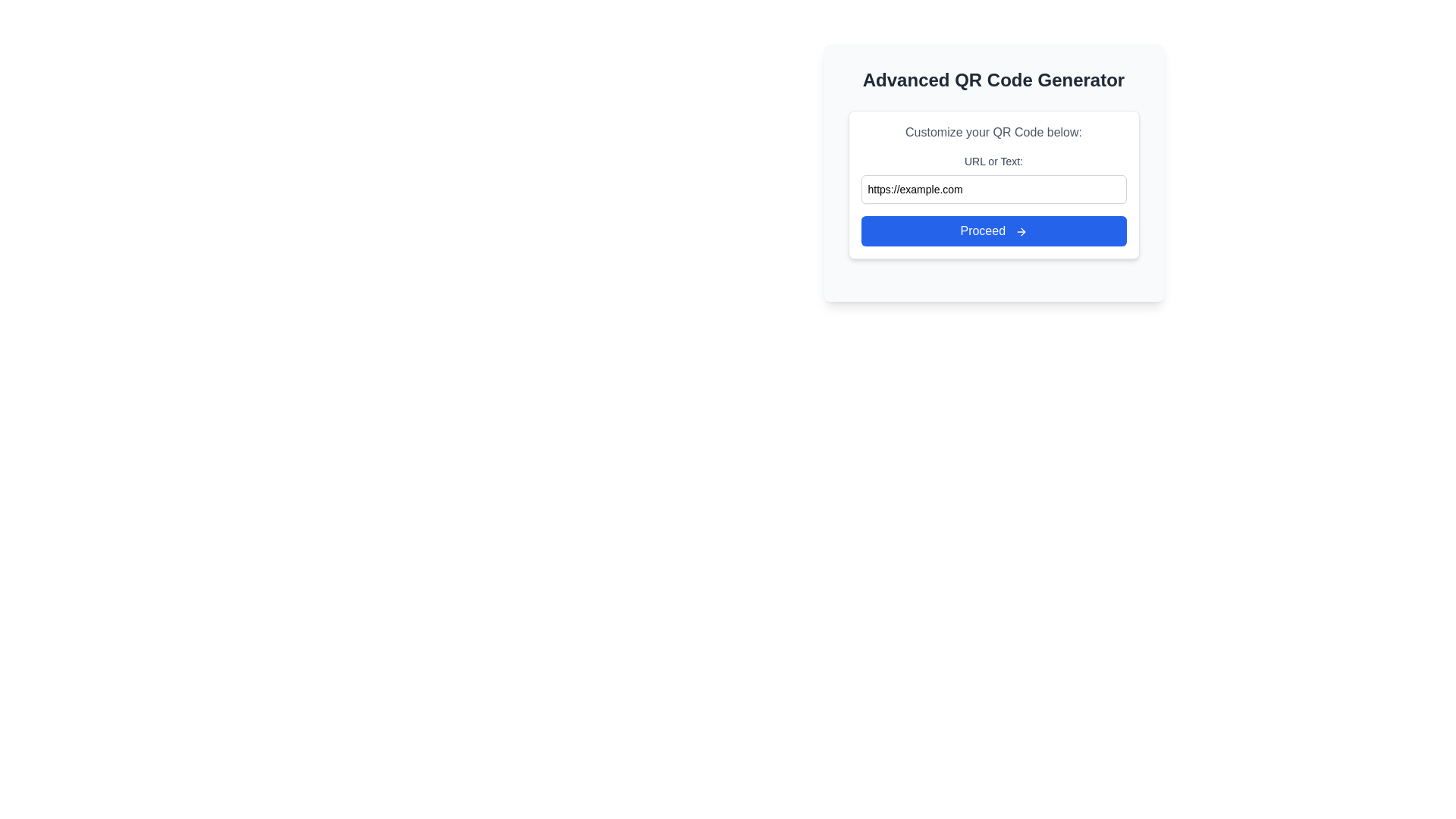 This screenshot has height=819, width=1456. What do you see at coordinates (993, 161) in the screenshot?
I see `the text label reading 'URL or Text:' which is located above the URL input field in the form titled 'Customize your QR Code below:'` at bounding box center [993, 161].